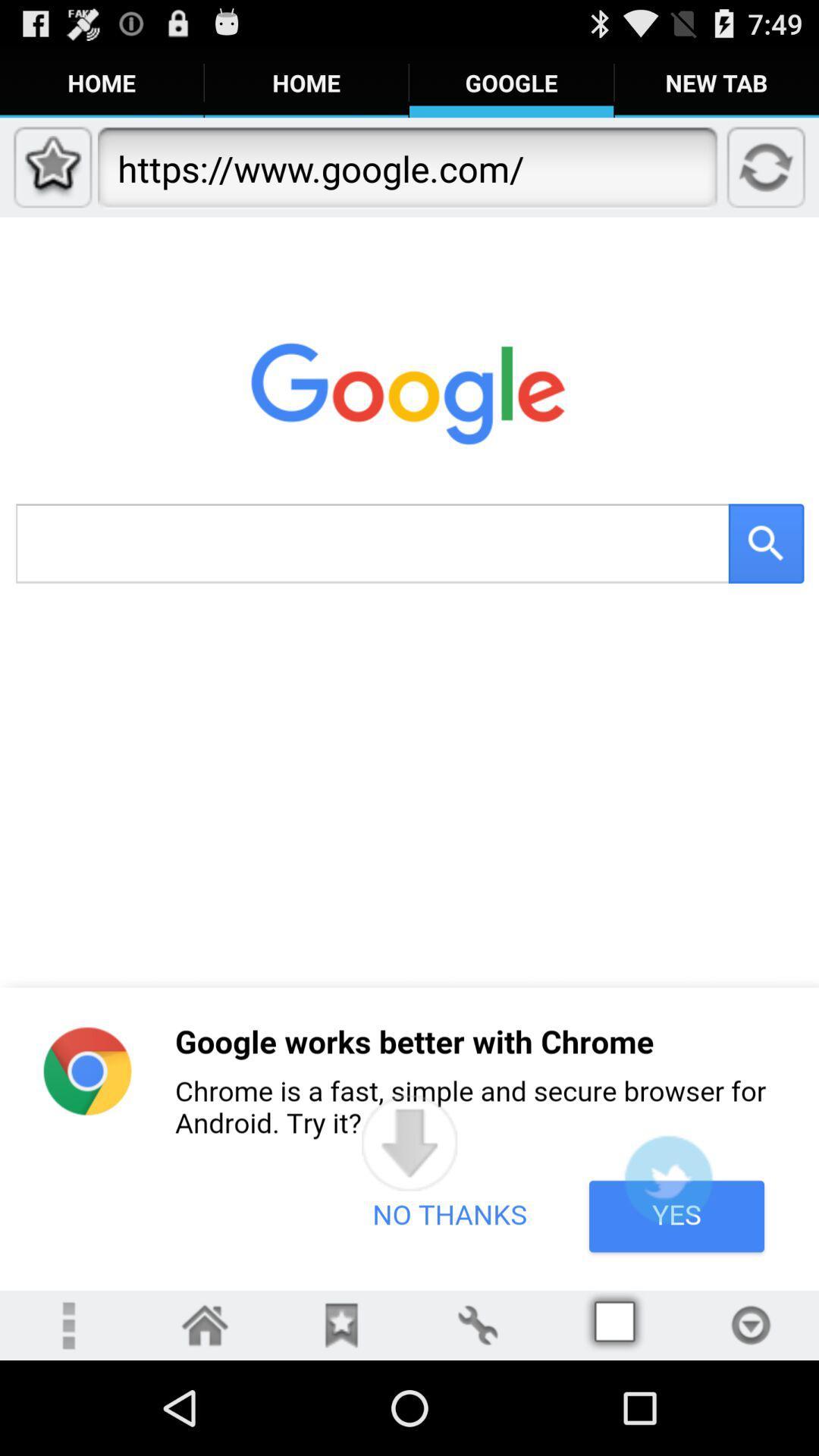 Image resolution: width=819 pixels, height=1456 pixels. What do you see at coordinates (614, 1324) in the screenshot?
I see `access page` at bounding box center [614, 1324].